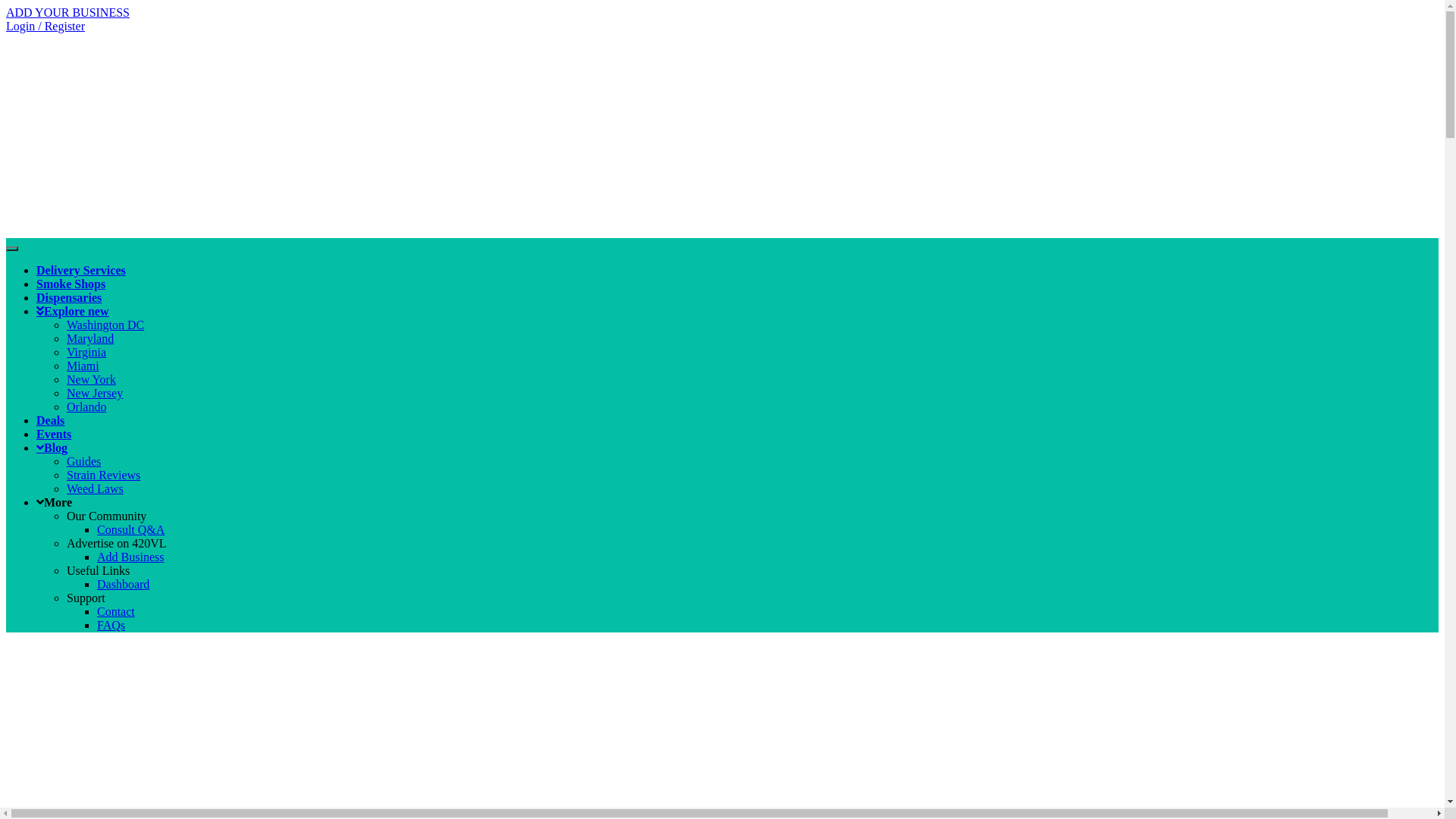  What do you see at coordinates (65, 570) in the screenshot?
I see `'Useful Links'` at bounding box center [65, 570].